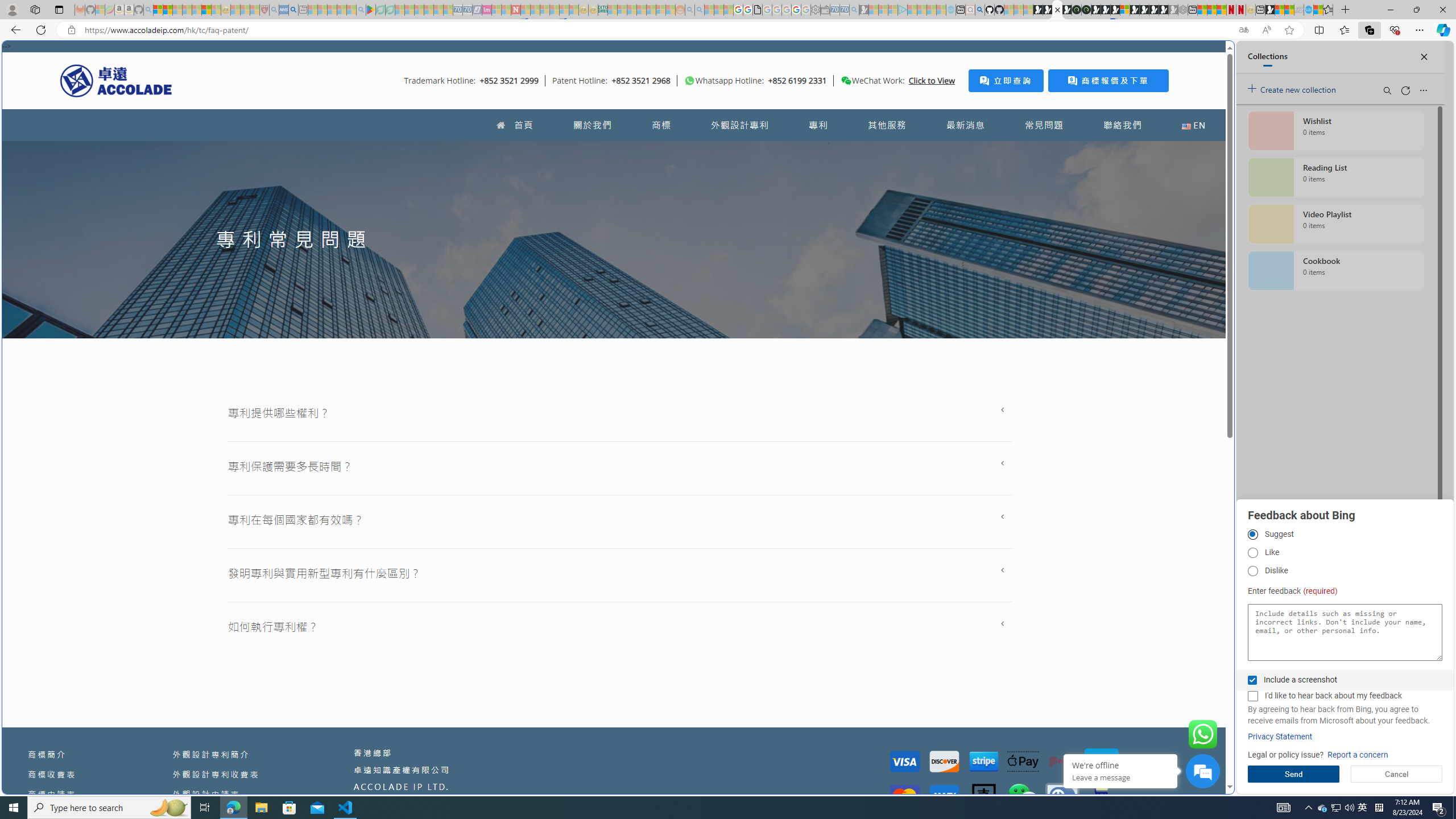 The height and width of the screenshot is (819, 1456). Describe the element at coordinates (1280, 9) in the screenshot. I see `'World - MSN'` at that location.